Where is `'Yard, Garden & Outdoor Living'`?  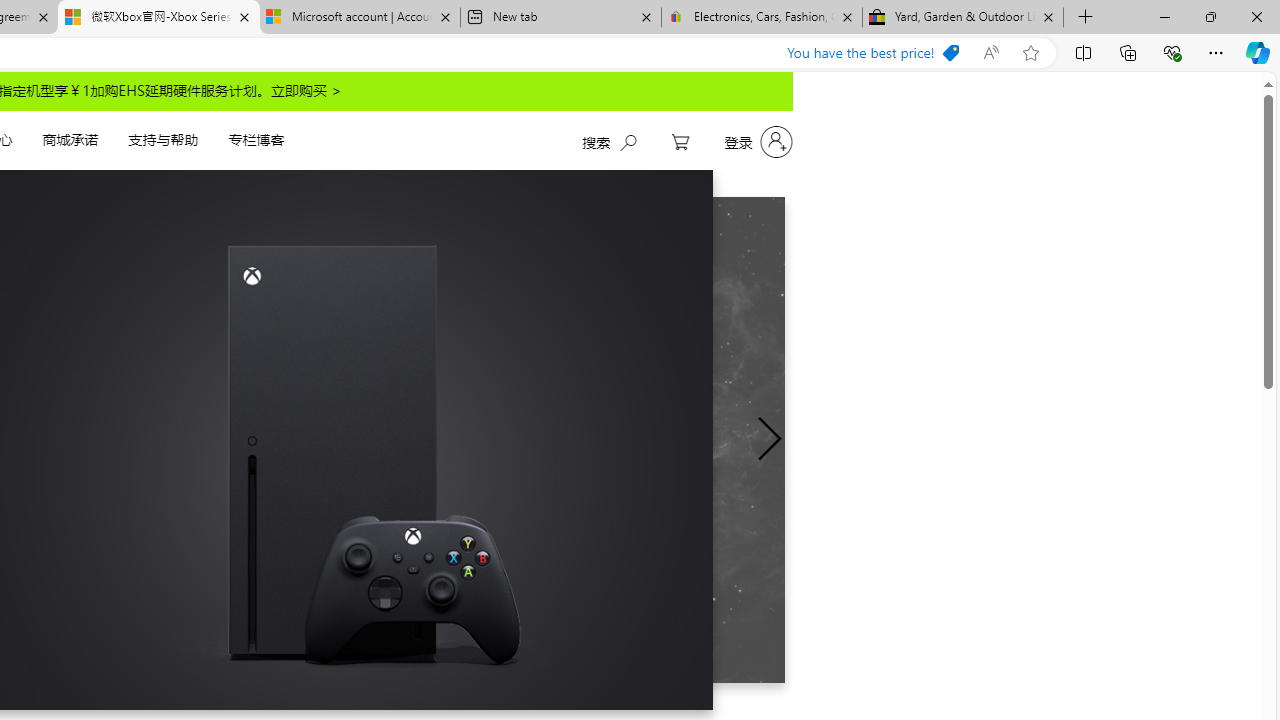 'Yard, Garden & Outdoor Living' is located at coordinates (963, 17).